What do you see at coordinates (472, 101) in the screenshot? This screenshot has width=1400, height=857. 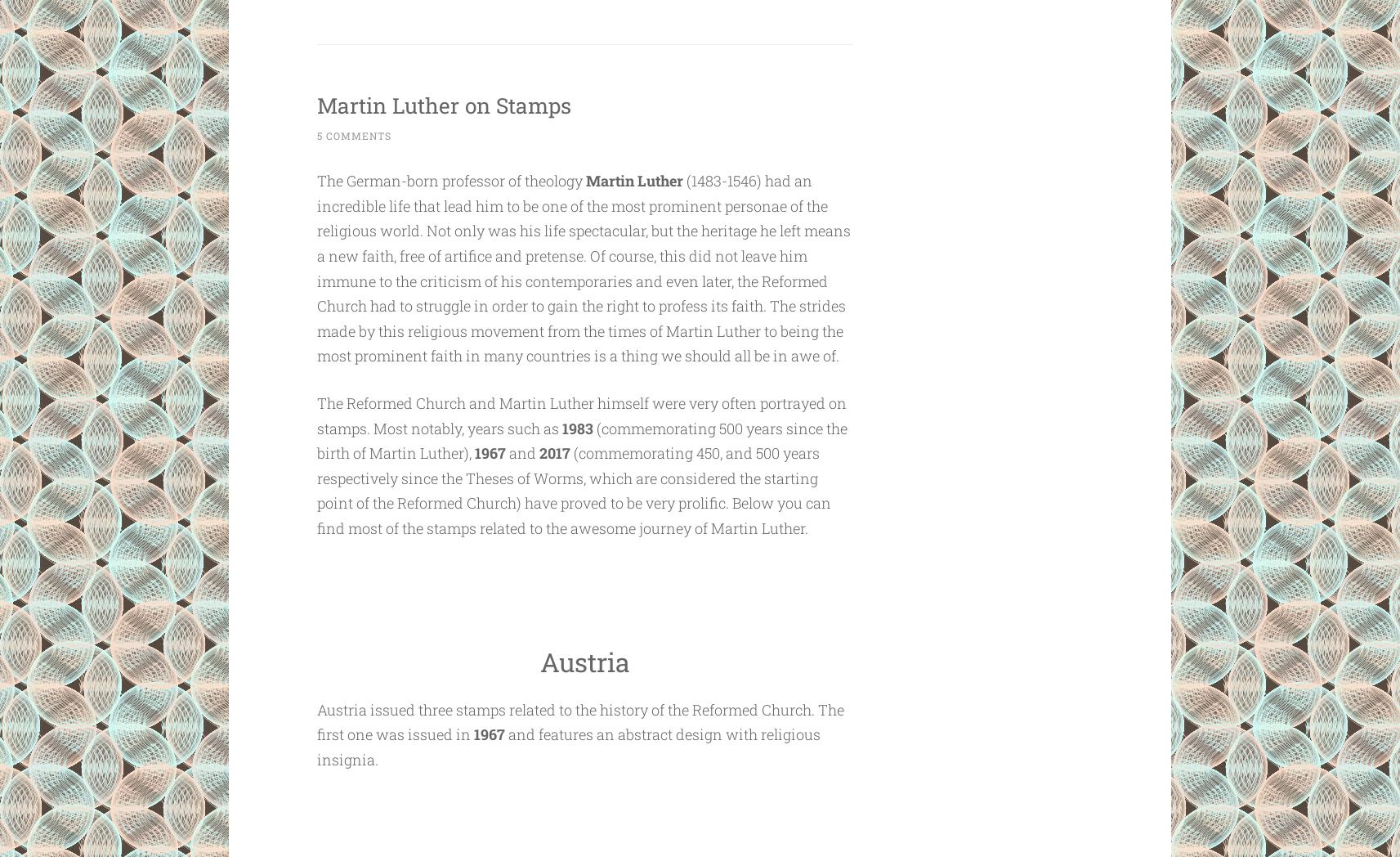 I see `'Martin Luther on Stamps'` at bounding box center [472, 101].